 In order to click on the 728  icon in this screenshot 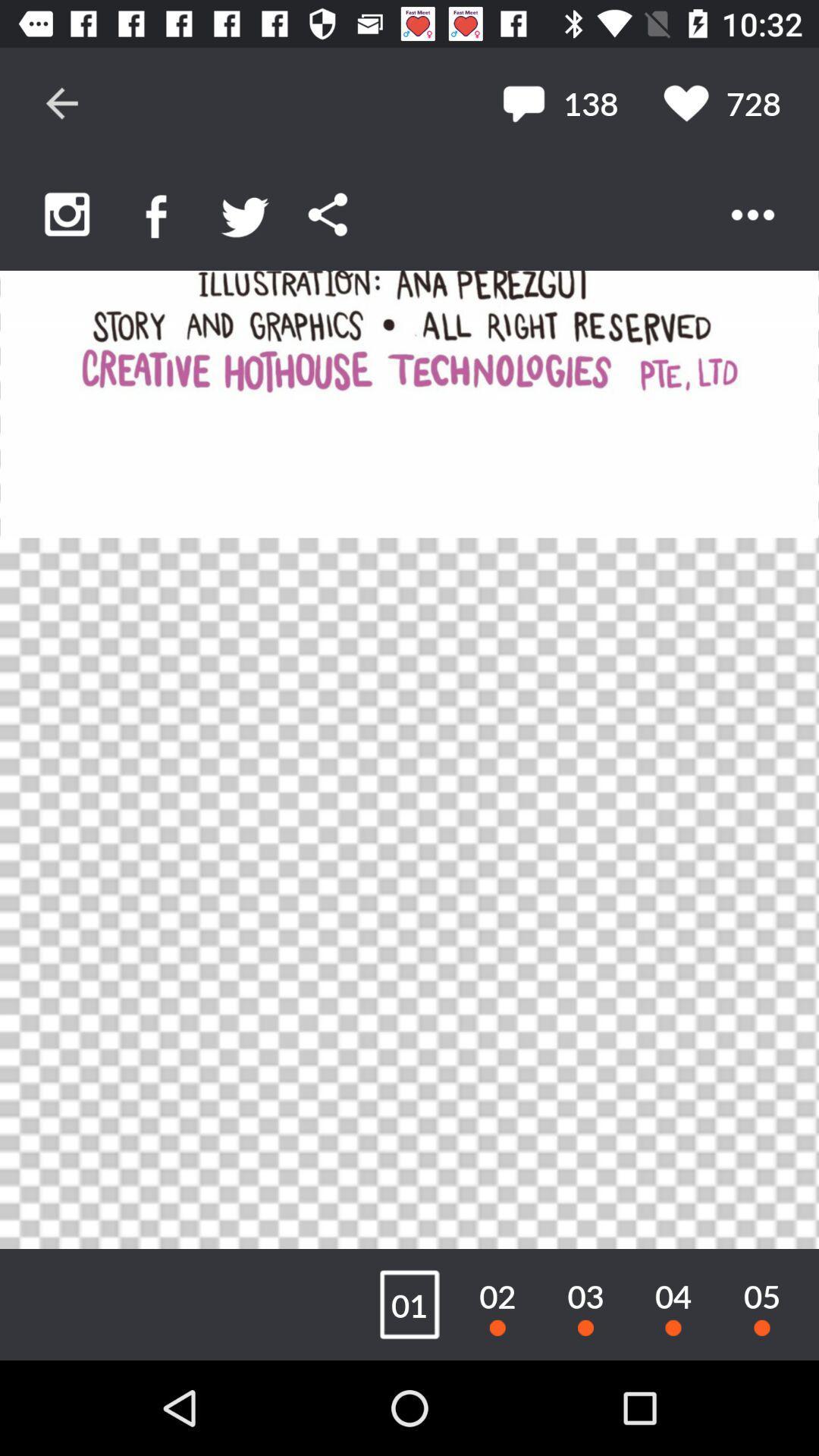, I will do `click(721, 102)`.